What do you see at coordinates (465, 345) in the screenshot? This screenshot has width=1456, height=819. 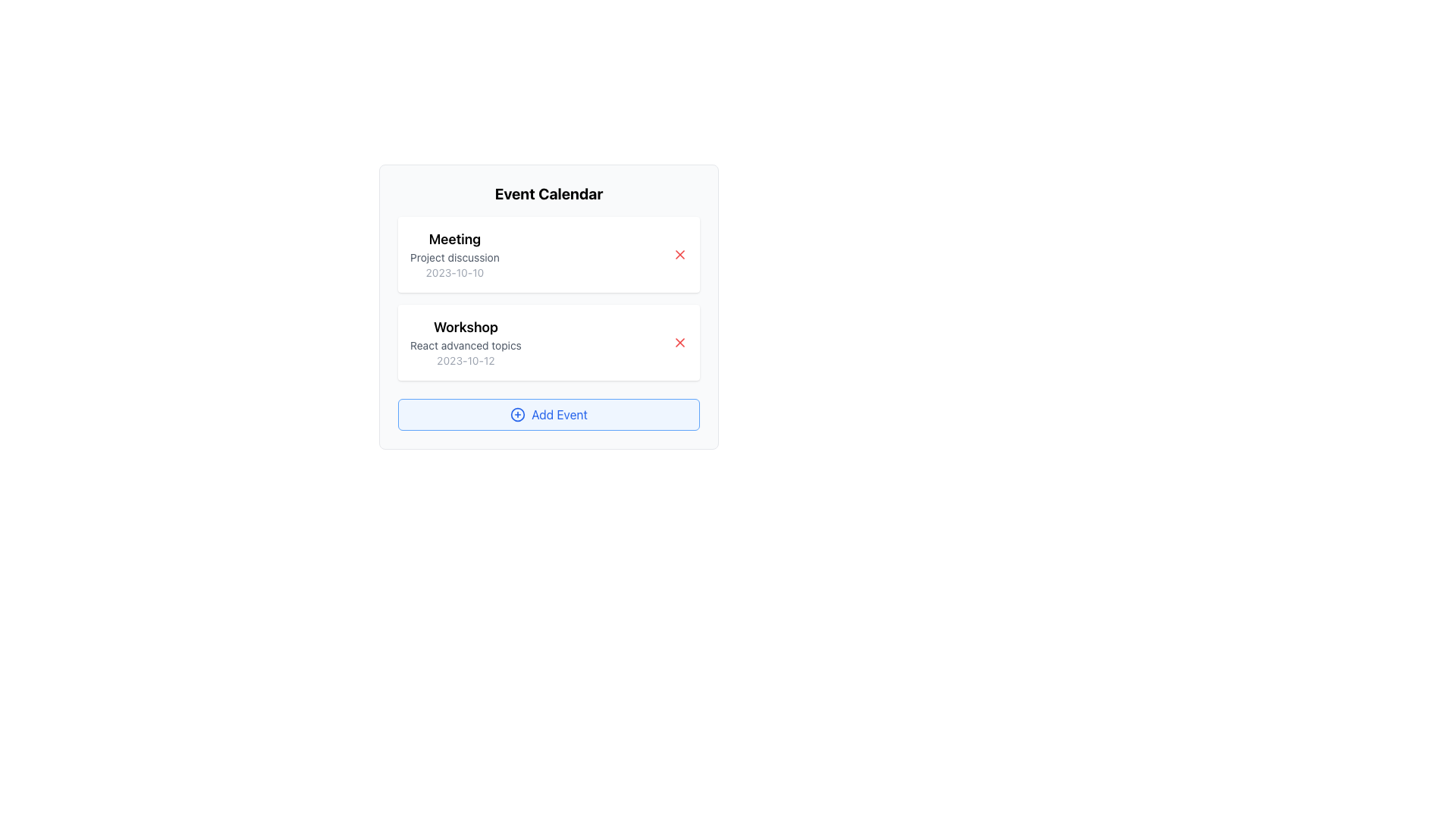 I see `the second textual component in the event's details view that serves as a subtitle or description for the workshop entry in the calendar` at bounding box center [465, 345].